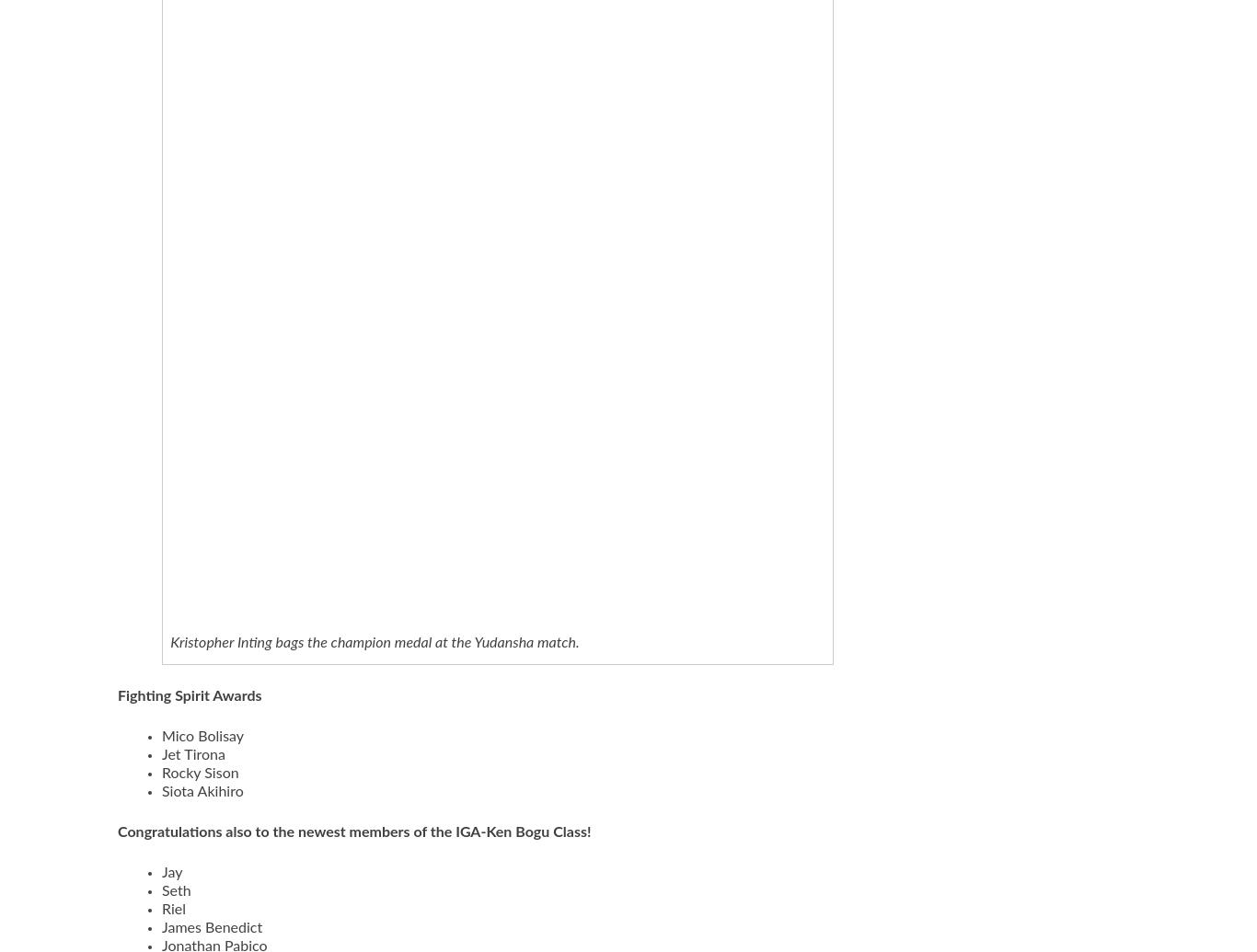 Image resolution: width=1257 pixels, height=952 pixels. Describe the element at coordinates (160, 909) in the screenshot. I see `'Riel'` at that location.